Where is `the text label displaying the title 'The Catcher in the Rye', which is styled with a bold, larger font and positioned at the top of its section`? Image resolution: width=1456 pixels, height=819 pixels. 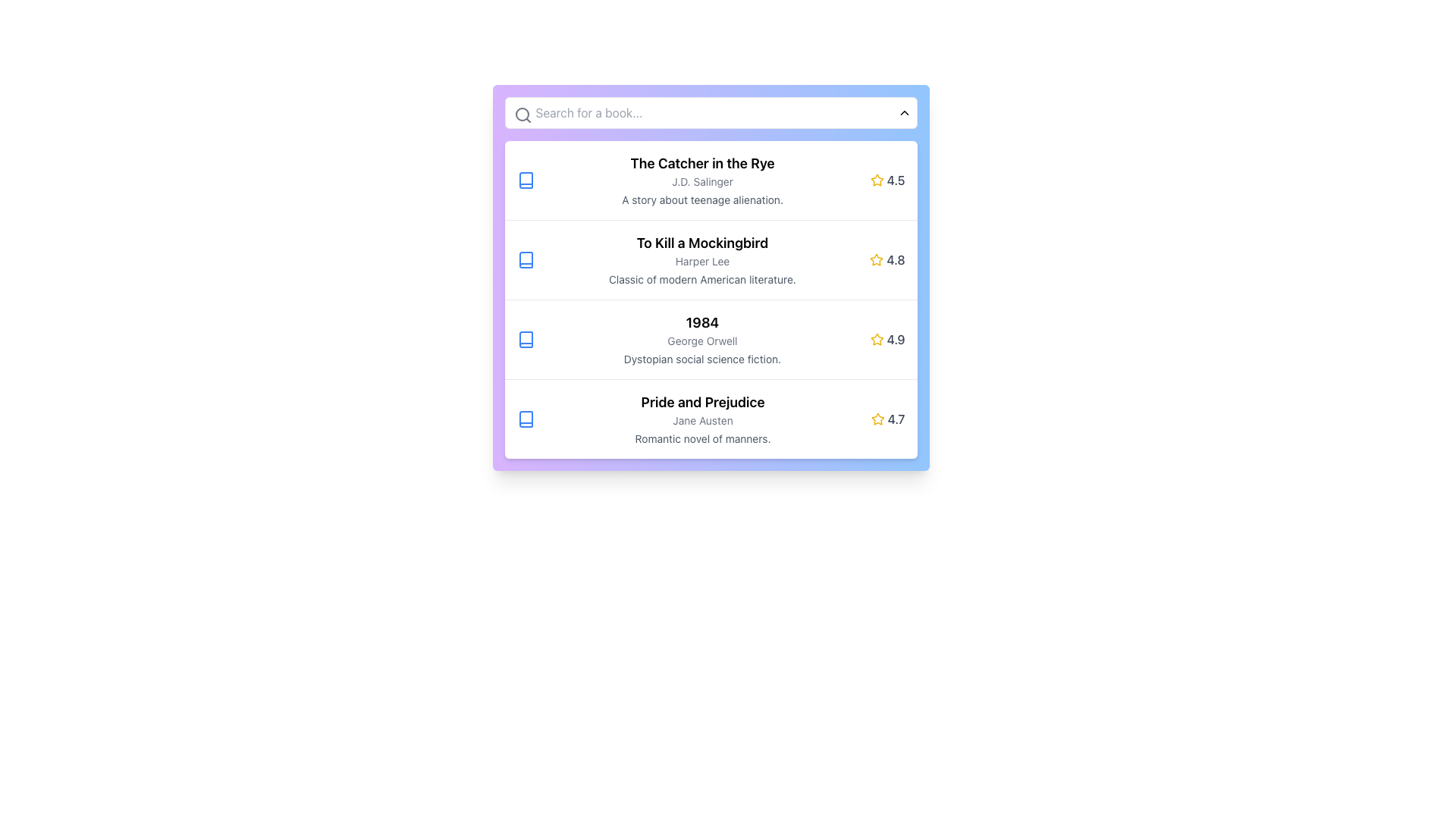
the text label displaying the title 'The Catcher in the Rye', which is styled with a bold, larger font and positioned at the top of its section is located at coordinates (701, 164).